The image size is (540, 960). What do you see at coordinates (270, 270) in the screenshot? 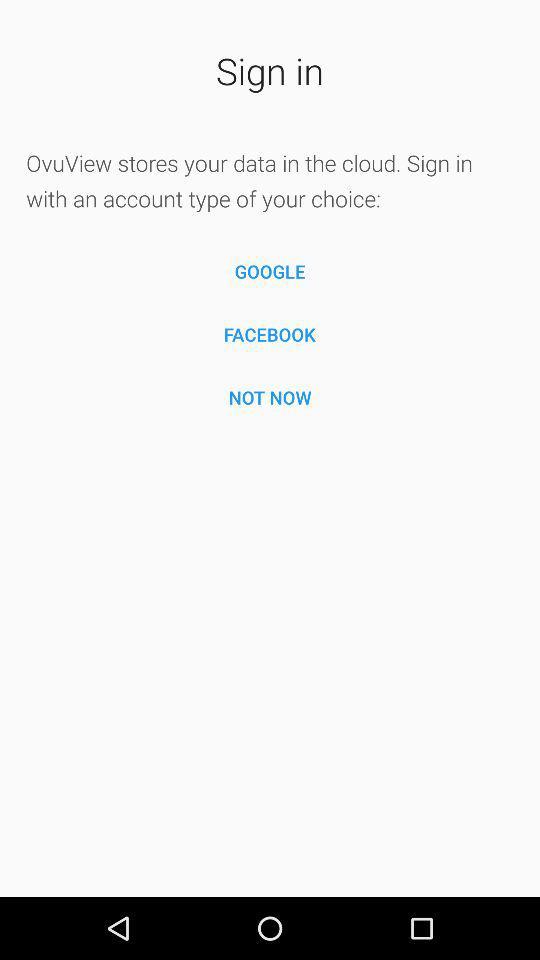
I see `google icon` at bounding box center [270, 270].